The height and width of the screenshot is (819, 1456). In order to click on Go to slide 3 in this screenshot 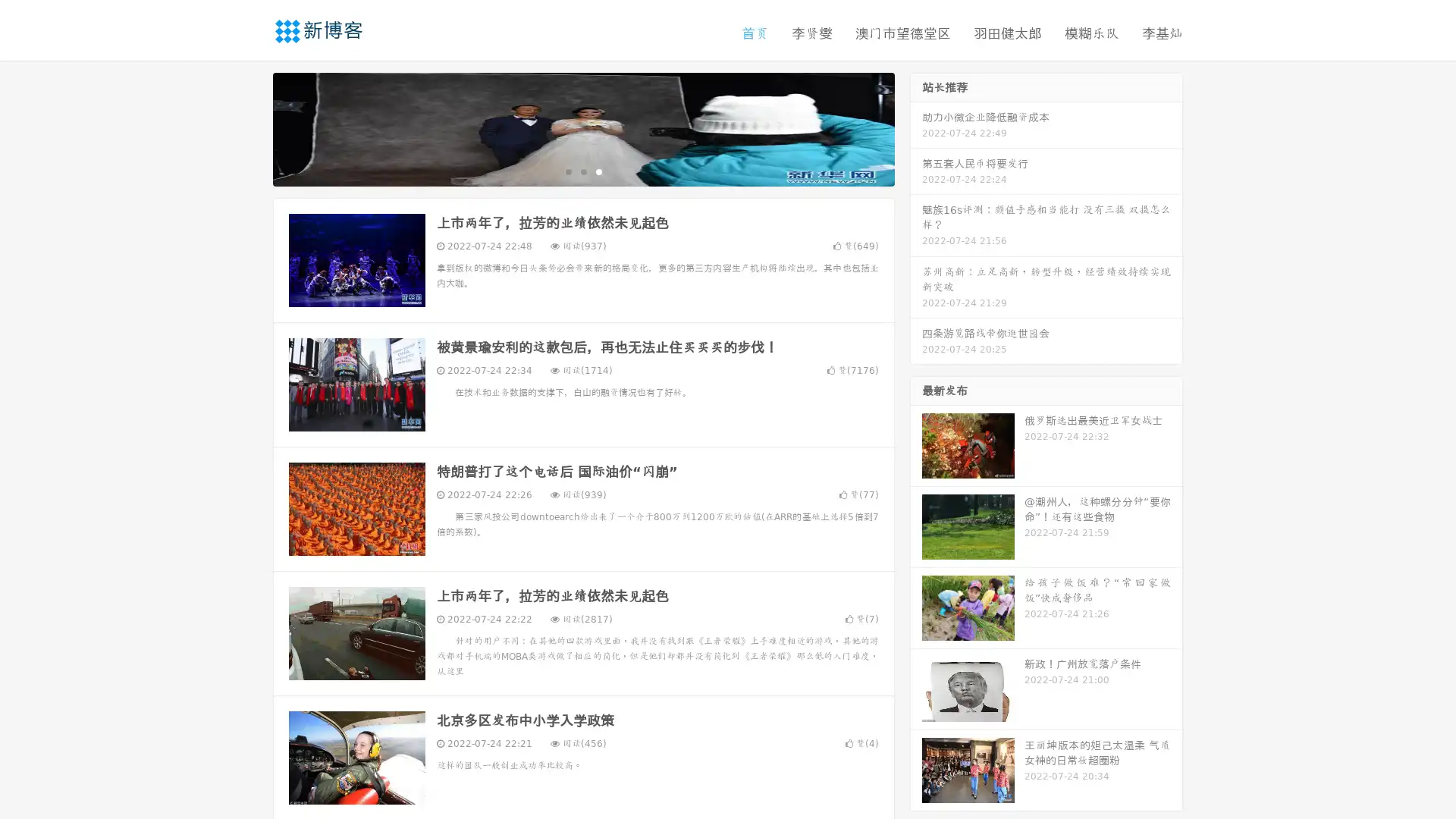, I will do `click(598, 171)`.